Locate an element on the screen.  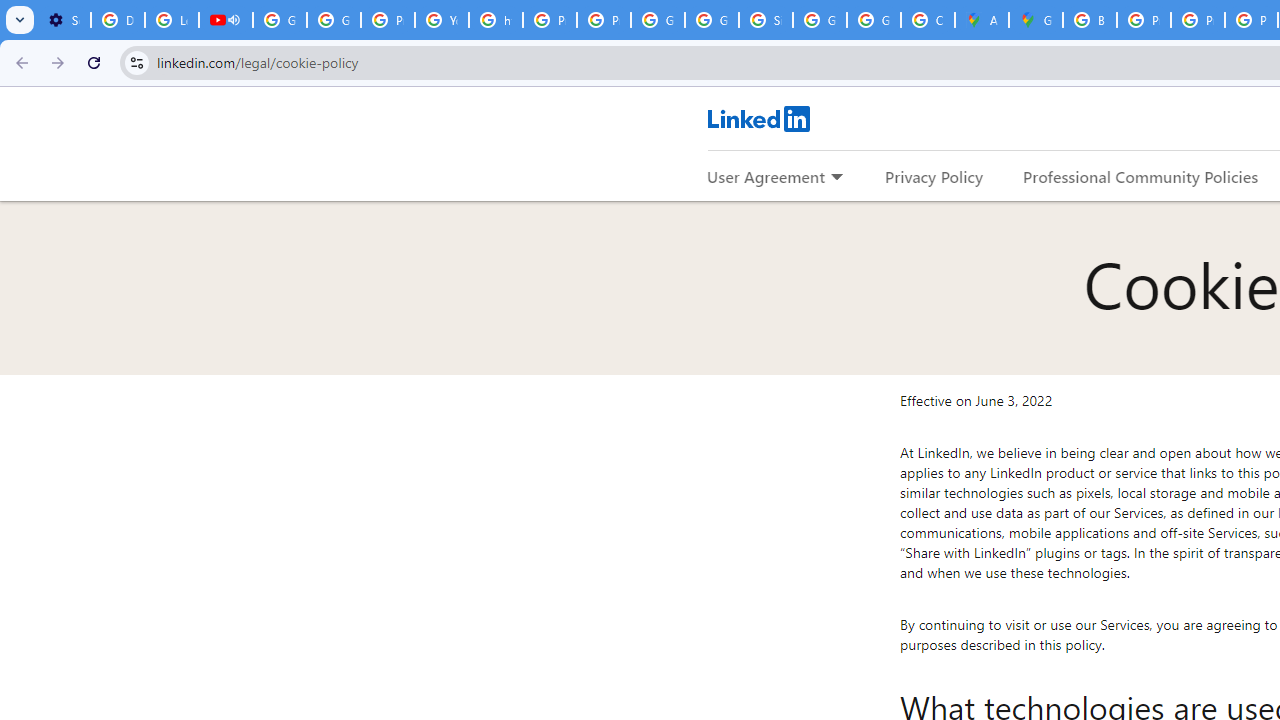
'Google Maps' is located at coordinates (1036, 20).